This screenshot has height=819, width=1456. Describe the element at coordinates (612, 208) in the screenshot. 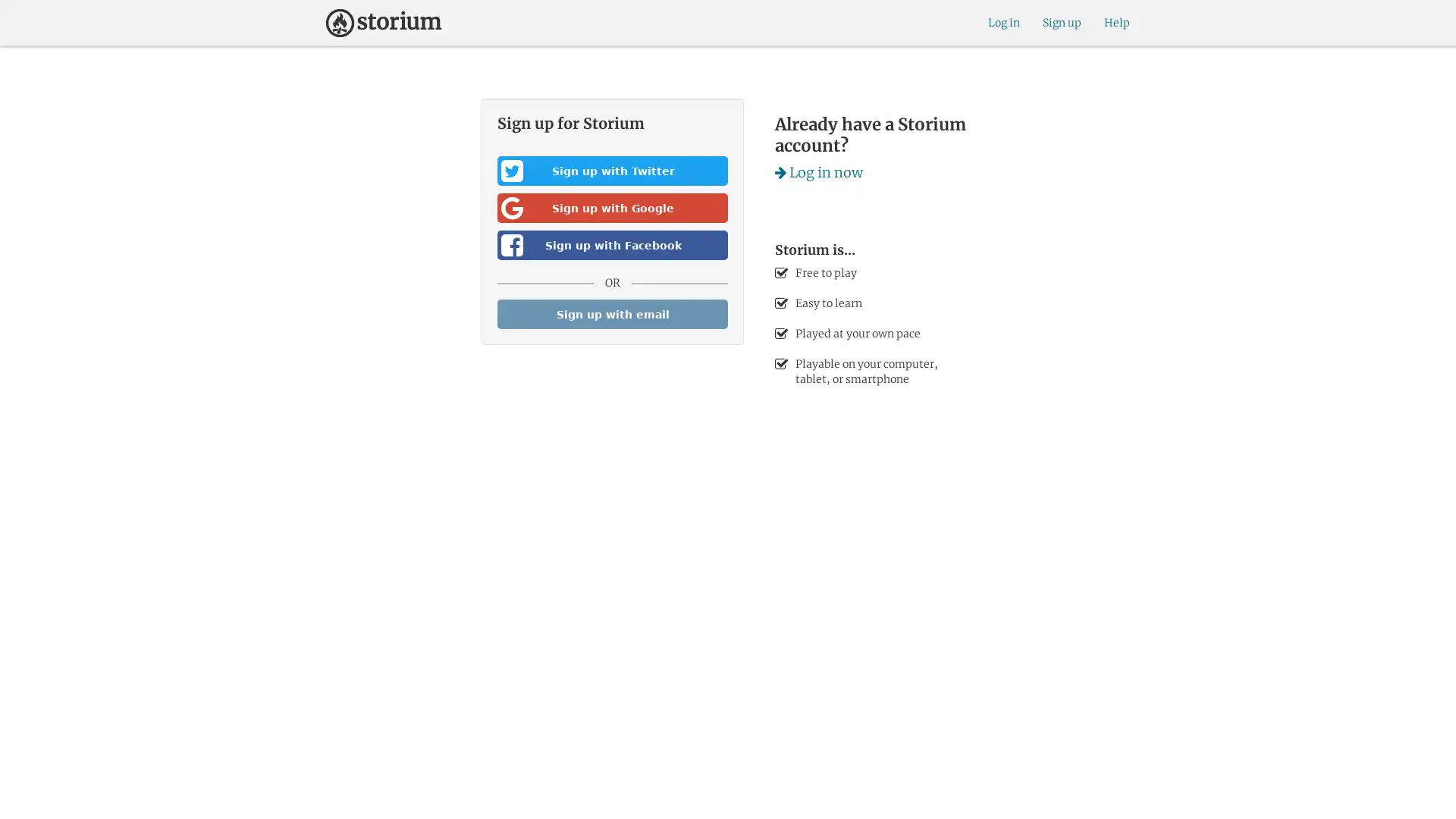

I see `Sign up with Google` at that location.